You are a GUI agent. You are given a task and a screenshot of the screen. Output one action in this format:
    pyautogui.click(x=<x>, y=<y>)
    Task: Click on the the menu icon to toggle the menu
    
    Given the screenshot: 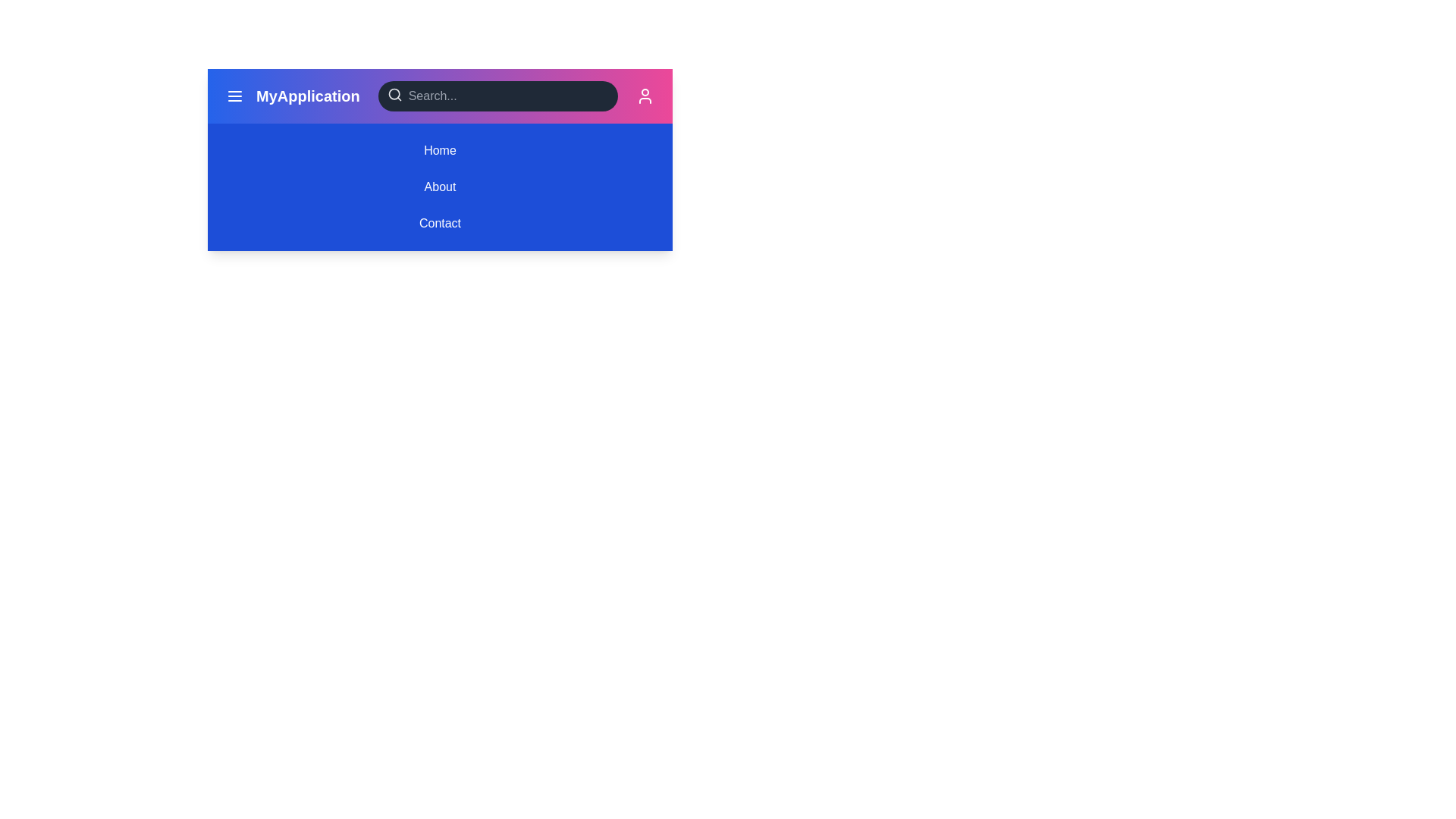 What is the action you would take?
    pyautogui.click(x=234, y=96)
    